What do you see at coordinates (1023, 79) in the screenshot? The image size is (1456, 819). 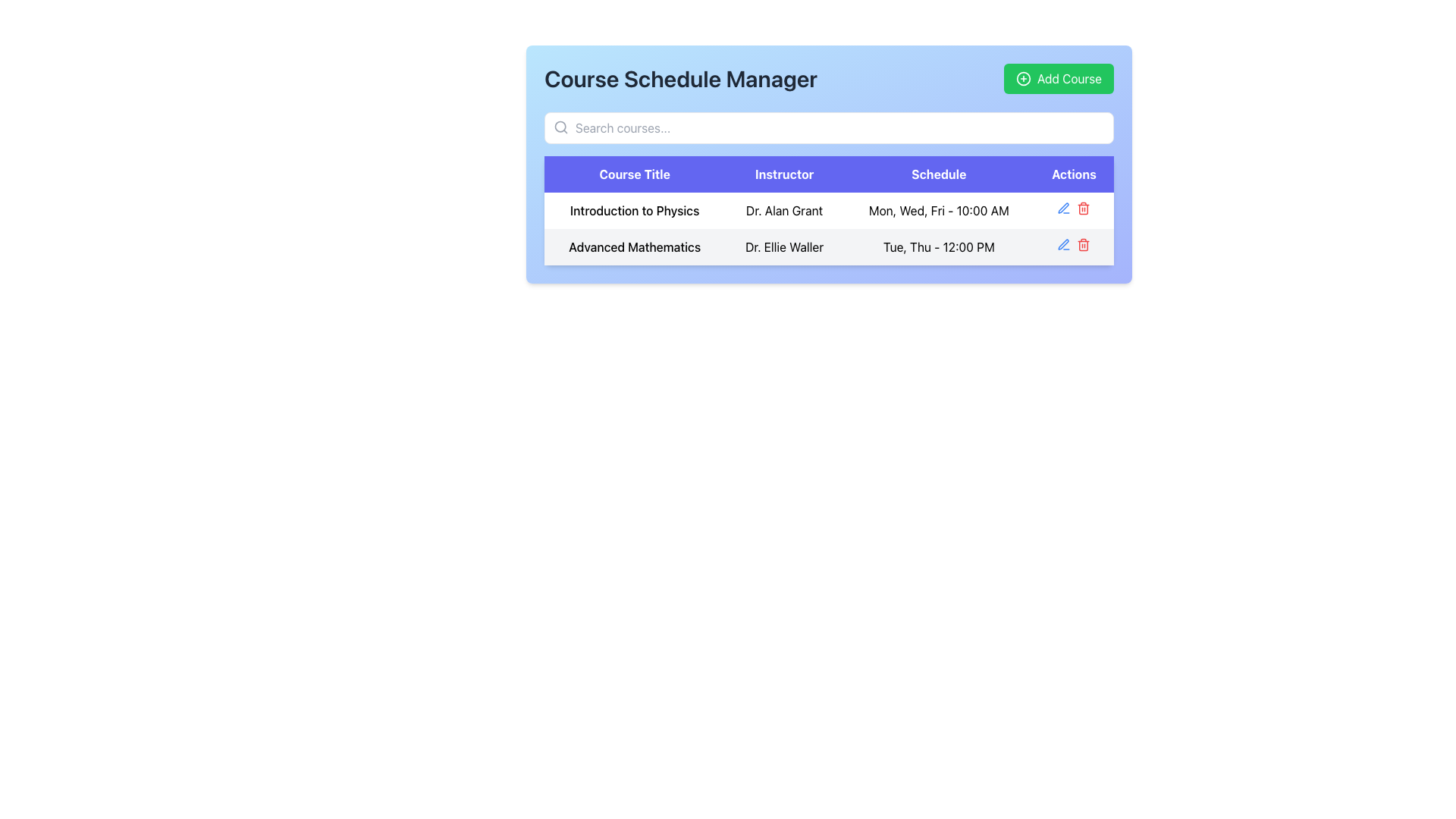 I see `the icon representing the 'Add Course' action, which is part of the 'Add Course' button group located in the top-right corner of the interface, positioned to the left of the 'Add Course' label` at bounding box center [1023, 79].